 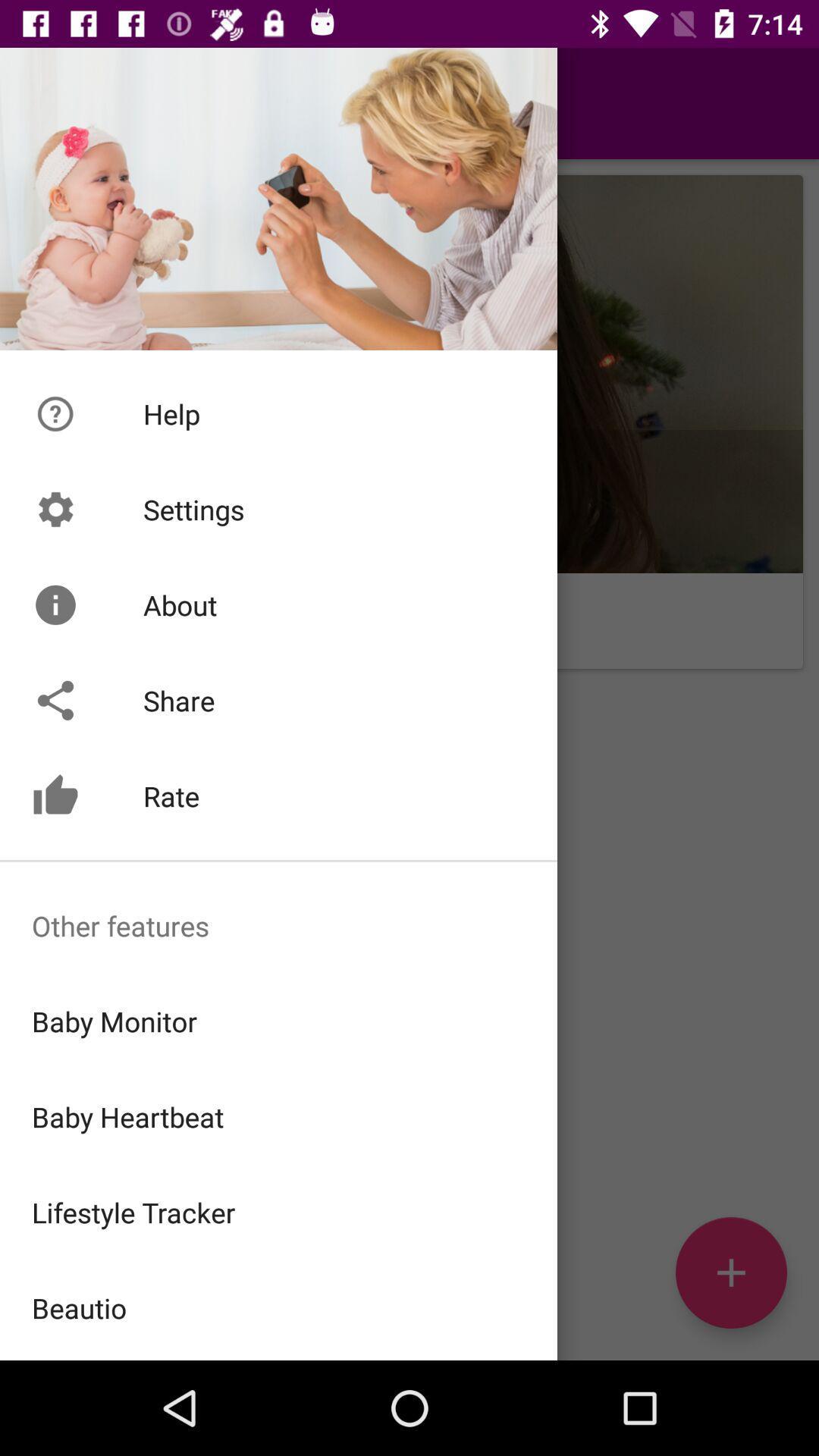 What do you see at coordinates (730, 1272) in the screenshot?
I see `the add icon` at bounding box center [730, 1272].